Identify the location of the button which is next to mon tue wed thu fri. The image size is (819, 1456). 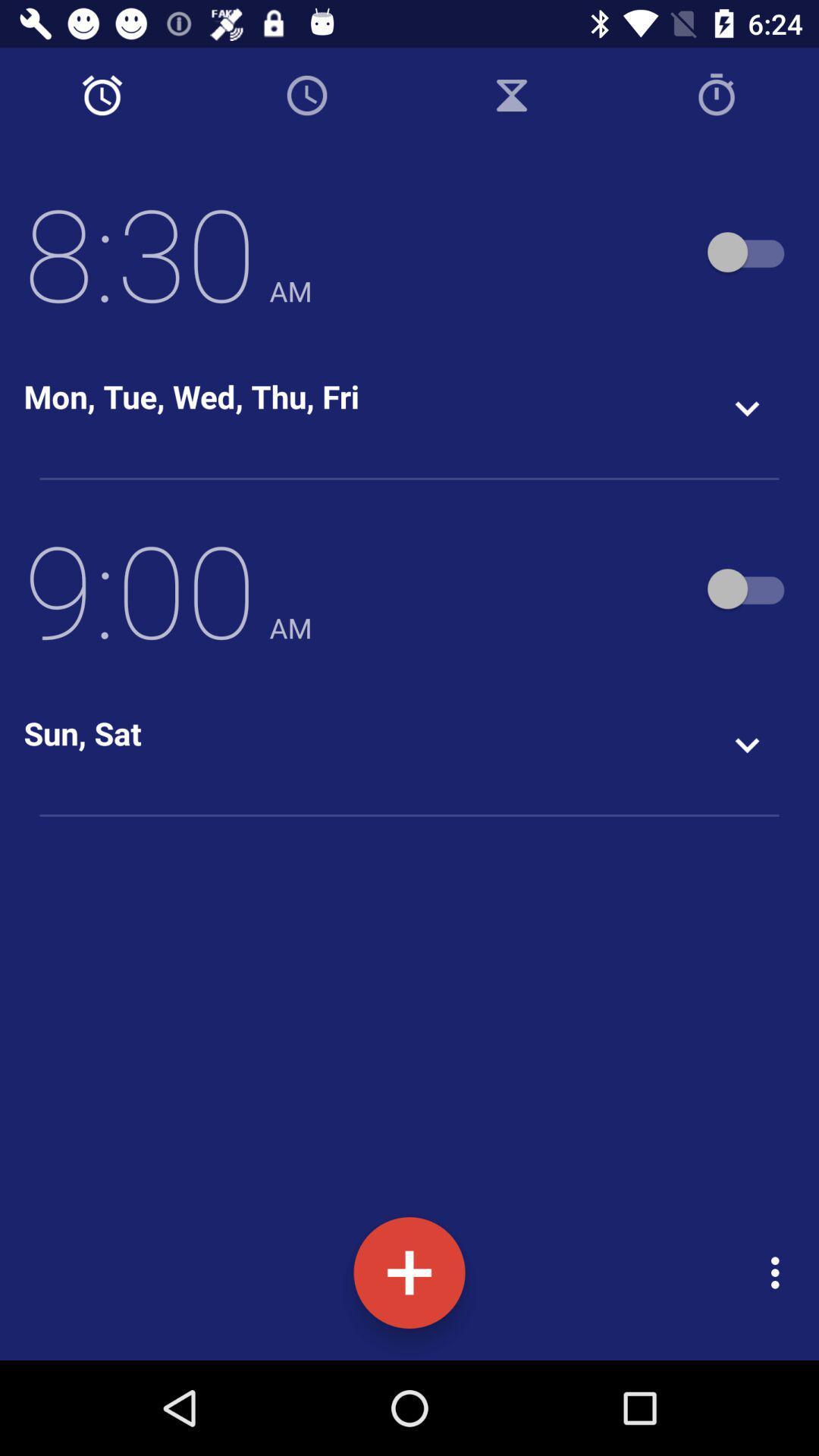
(747, 408).